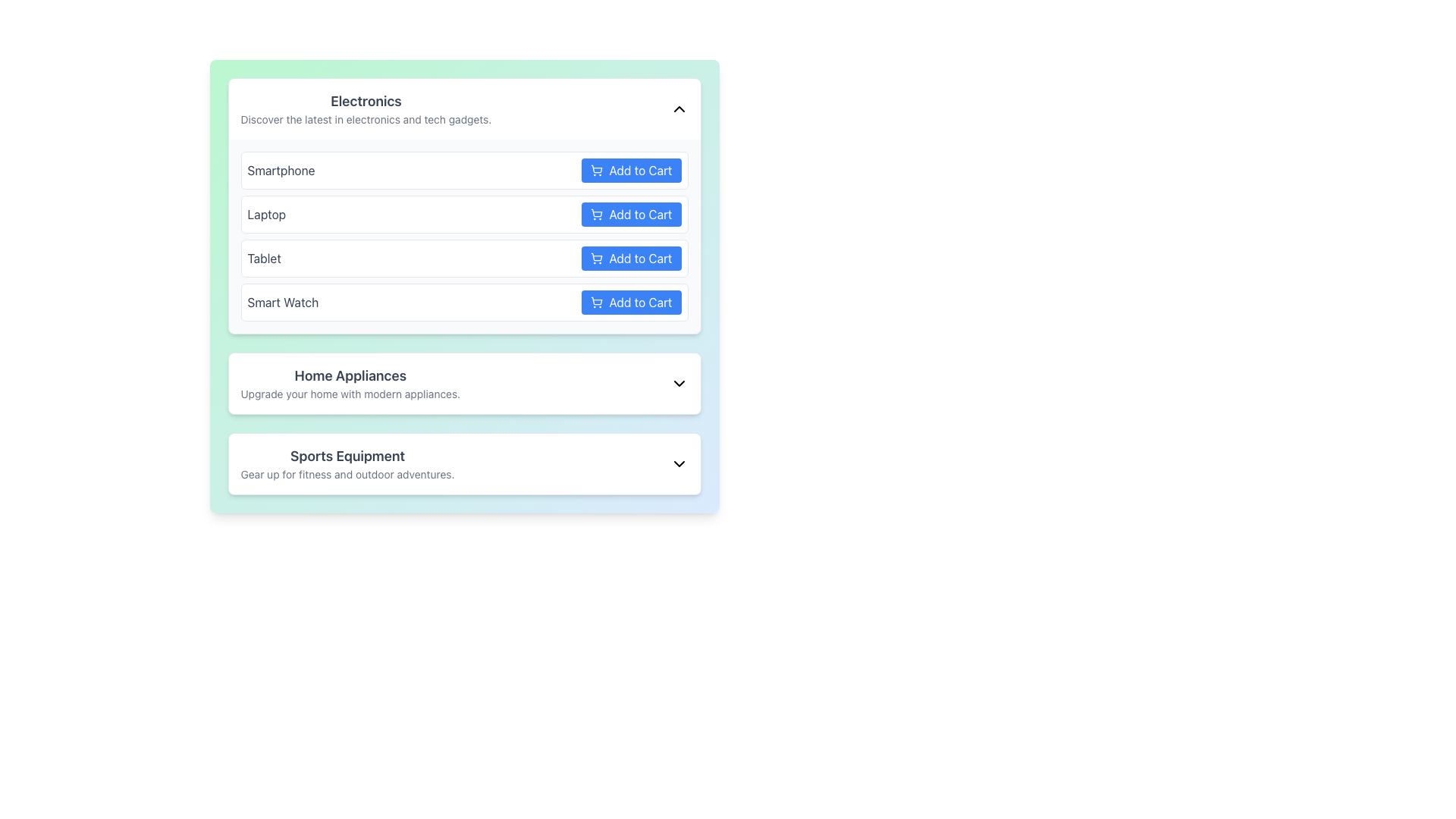 This screenshot has width=1456, height=819. What do you see at coordinates (463, 257) in the screenshot?
I see `the 'Tablet' list item in the 'Electronics' section, which is the third item in the vertical list` at bounding box center [463, 257].